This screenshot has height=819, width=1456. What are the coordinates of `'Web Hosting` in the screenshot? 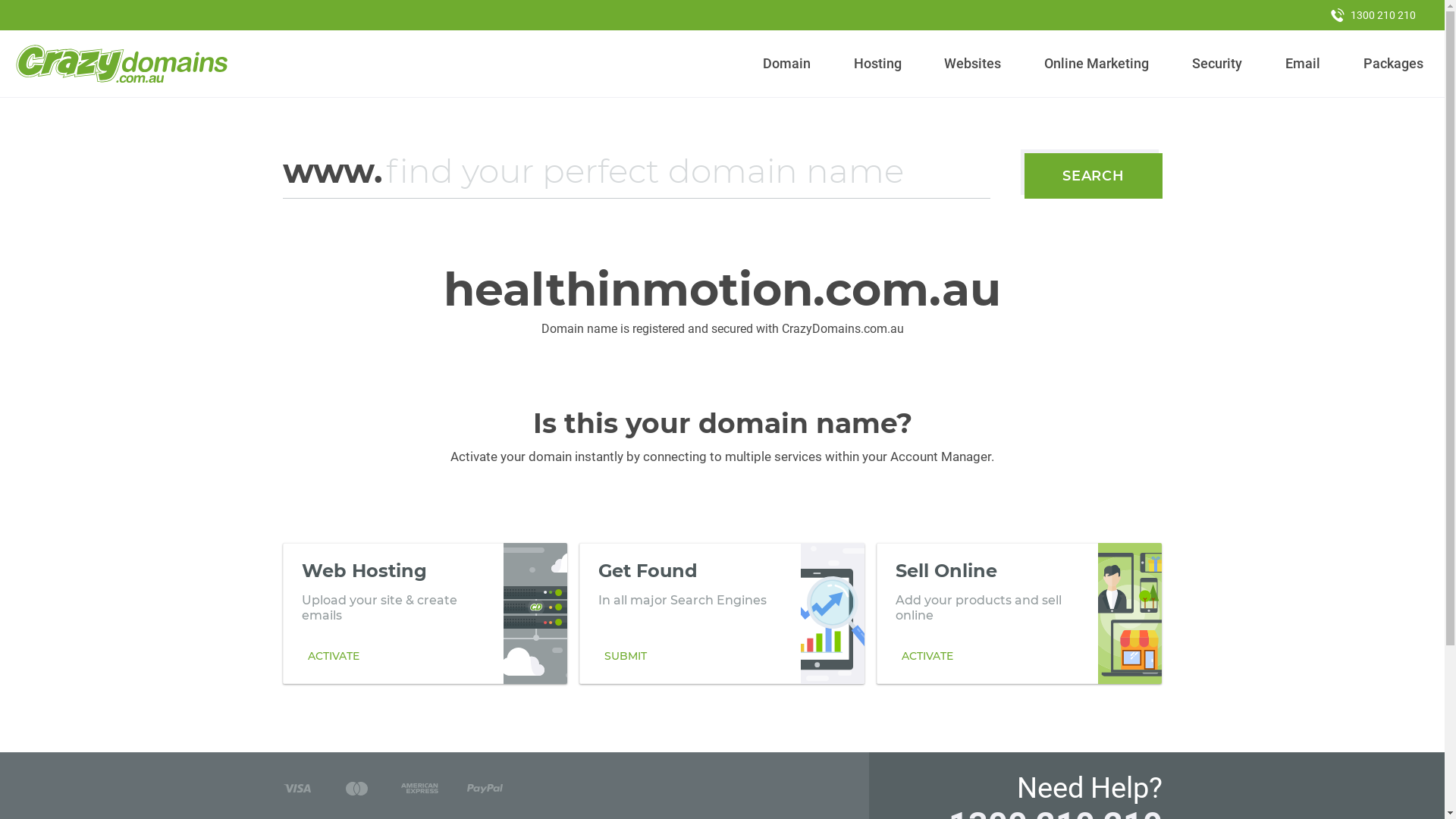 It's located at (425, 613).